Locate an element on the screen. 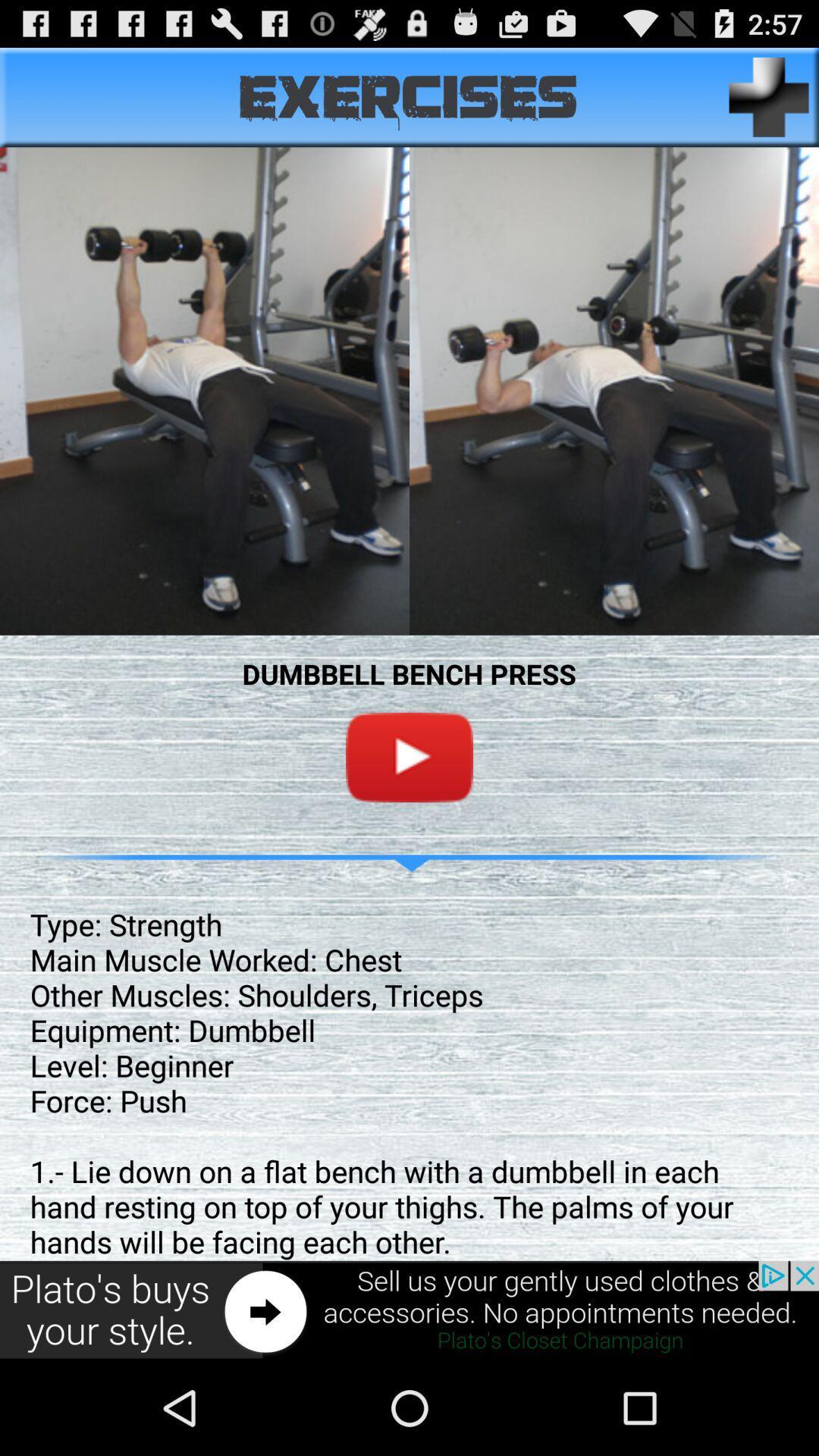 The width and height of the screenshot is (819, 1456). advertisement banner is located at coordinates (409, 1310).